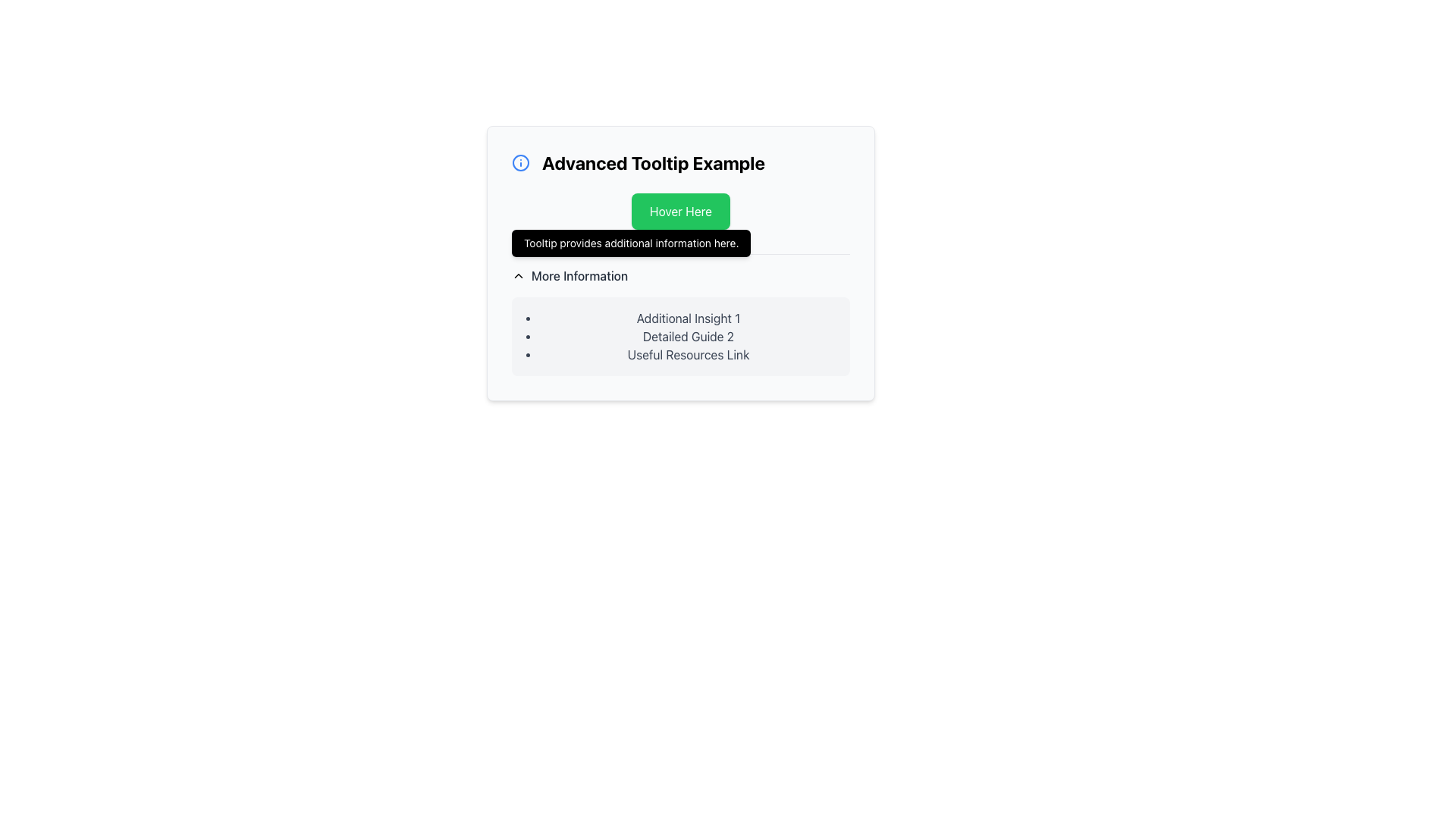 This screenshot has height=819, width=1456. Describe the element at coordinates (520, 163) in the screenshot. I see `the blue circular SVG element that serves as a background in the 'Advanced Tooltip Example' icon` at that location.